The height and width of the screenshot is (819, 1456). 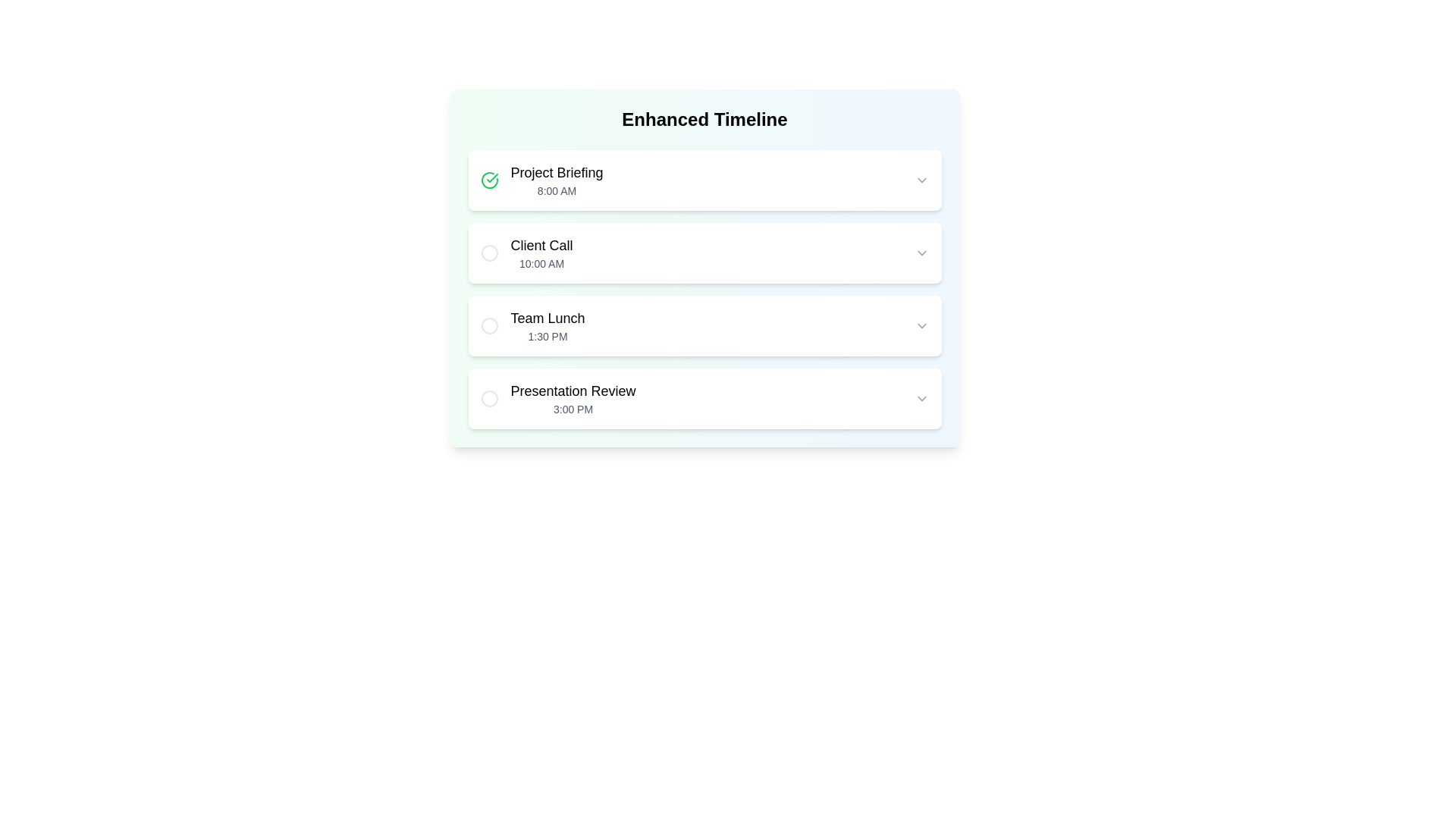 I want to click on the 'Client Call' event list item, so click(x=704, y=253).